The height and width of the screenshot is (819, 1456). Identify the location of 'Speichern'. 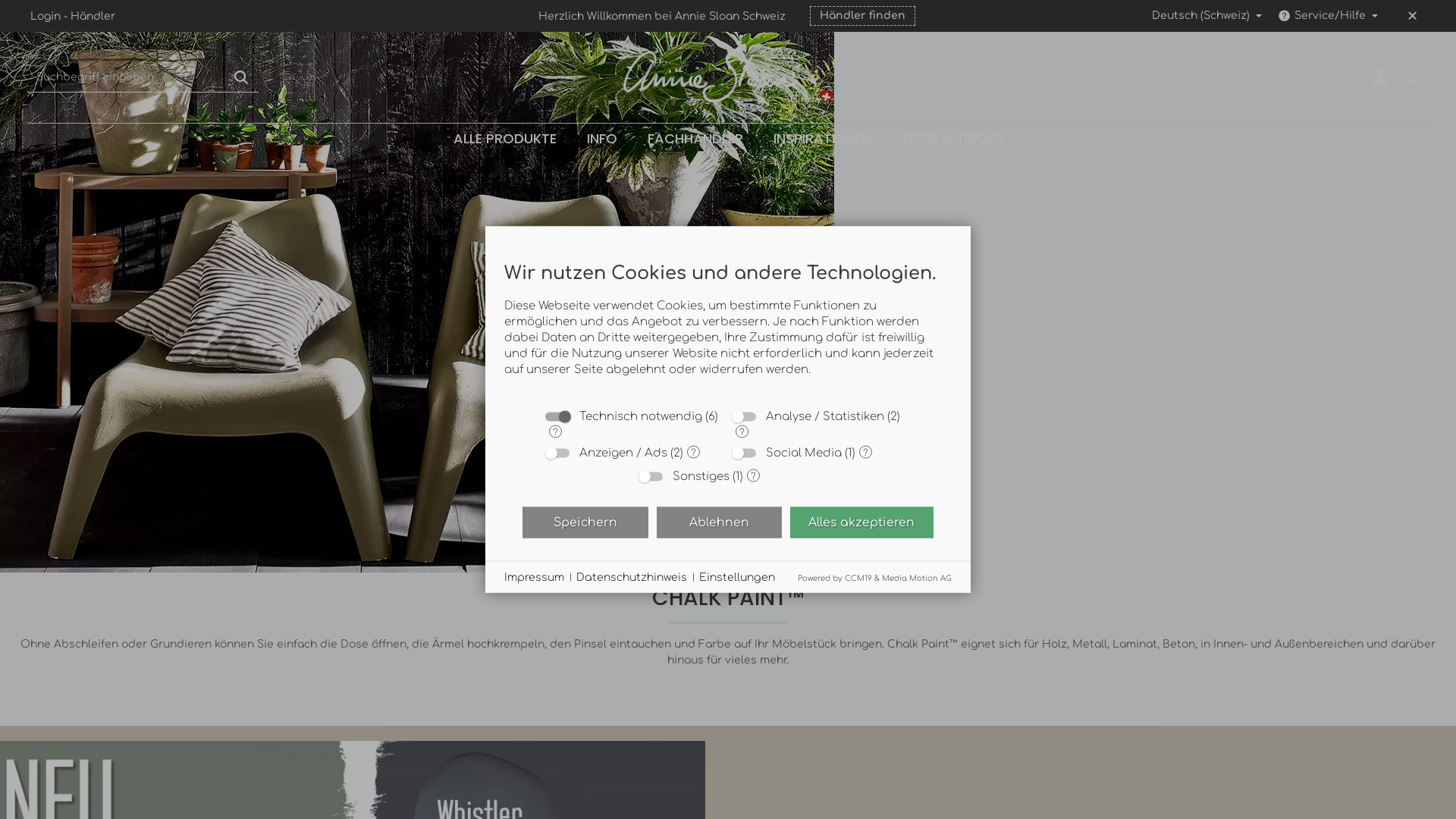
(584, 521).